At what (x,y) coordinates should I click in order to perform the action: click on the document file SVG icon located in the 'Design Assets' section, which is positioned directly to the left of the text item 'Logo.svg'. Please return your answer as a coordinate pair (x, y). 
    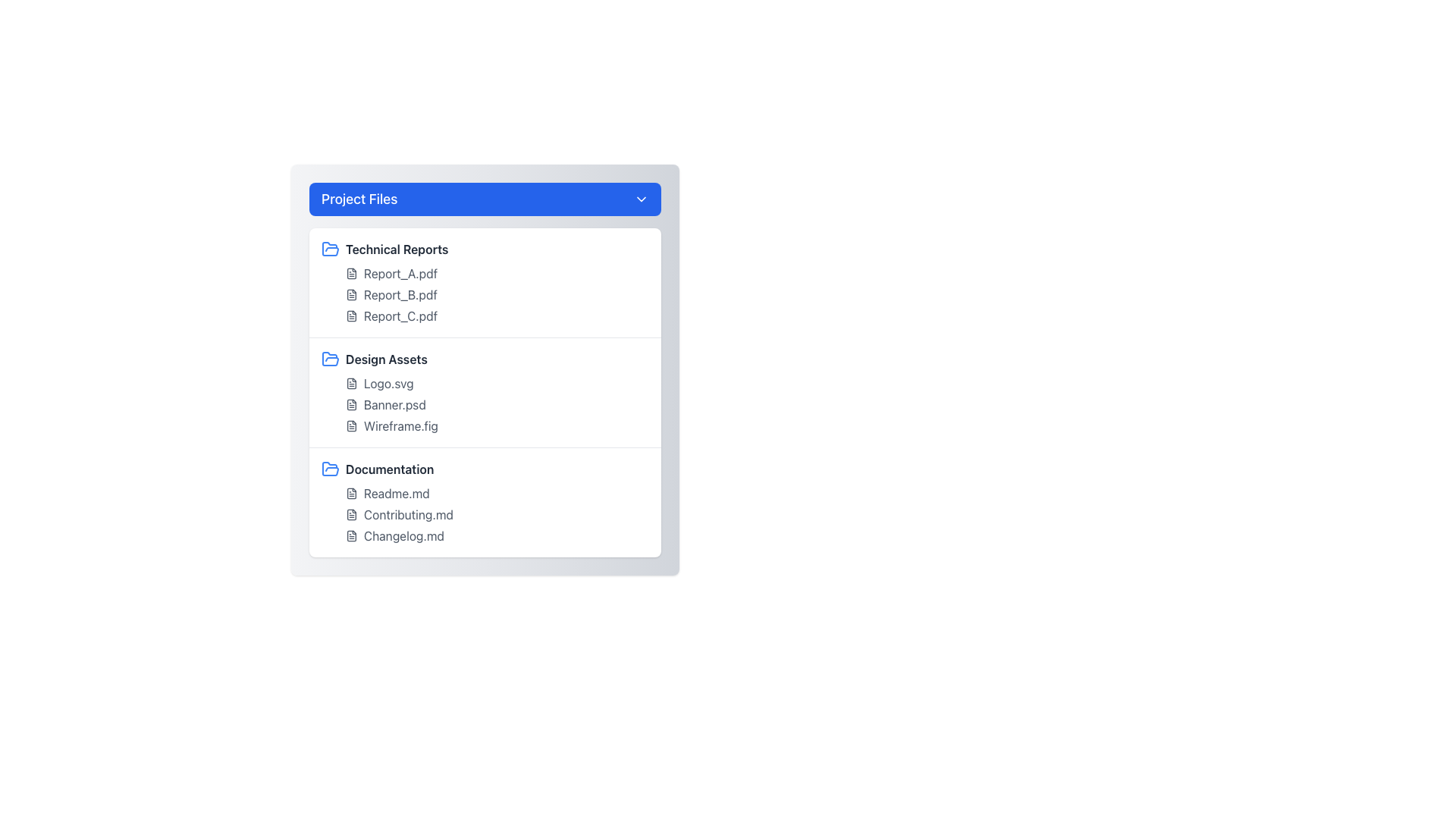
    Looking at the image, I should click on (351, 382).